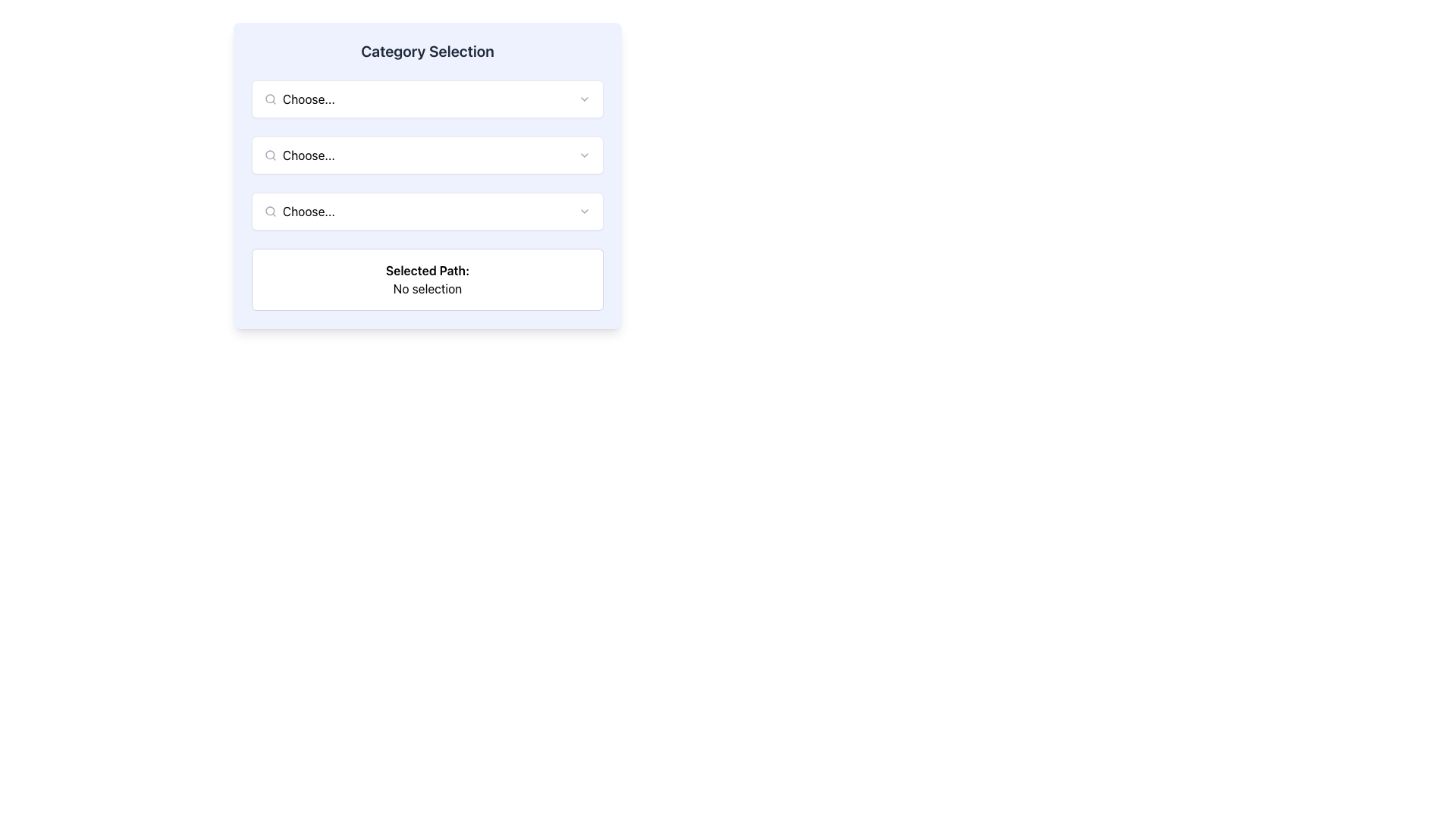 The image size is (1456, 819). Describe the element at coordinates (270, 155) in the screenshot. I see `the circular component of the search icon located in the 'Category Selection' section, which is represented by a light-gray circle with a radius of 8 units` at that location.